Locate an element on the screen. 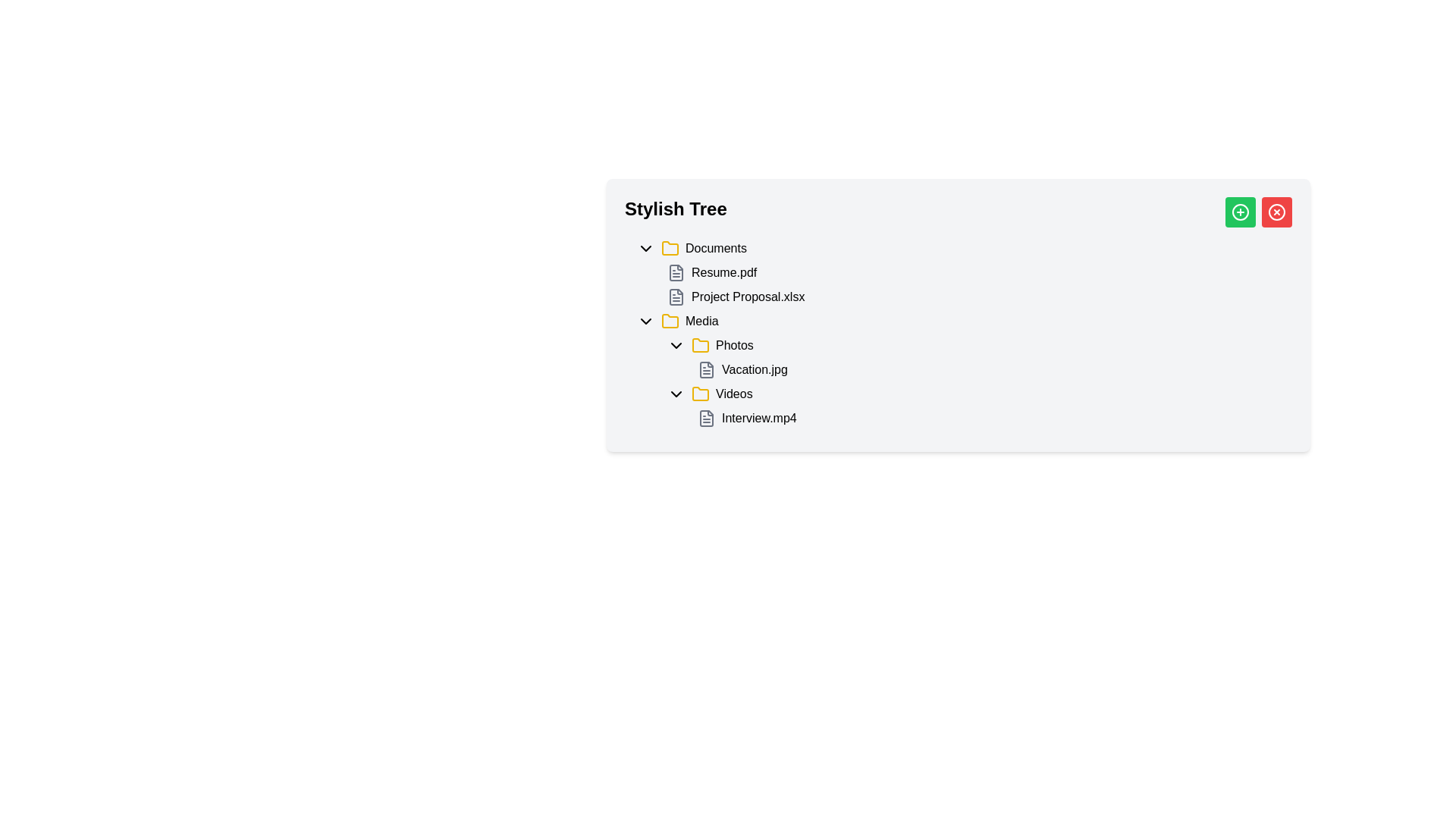 This screenshot has height=819, width=1456. the Chevron icon is located at coordinates (676, 345).